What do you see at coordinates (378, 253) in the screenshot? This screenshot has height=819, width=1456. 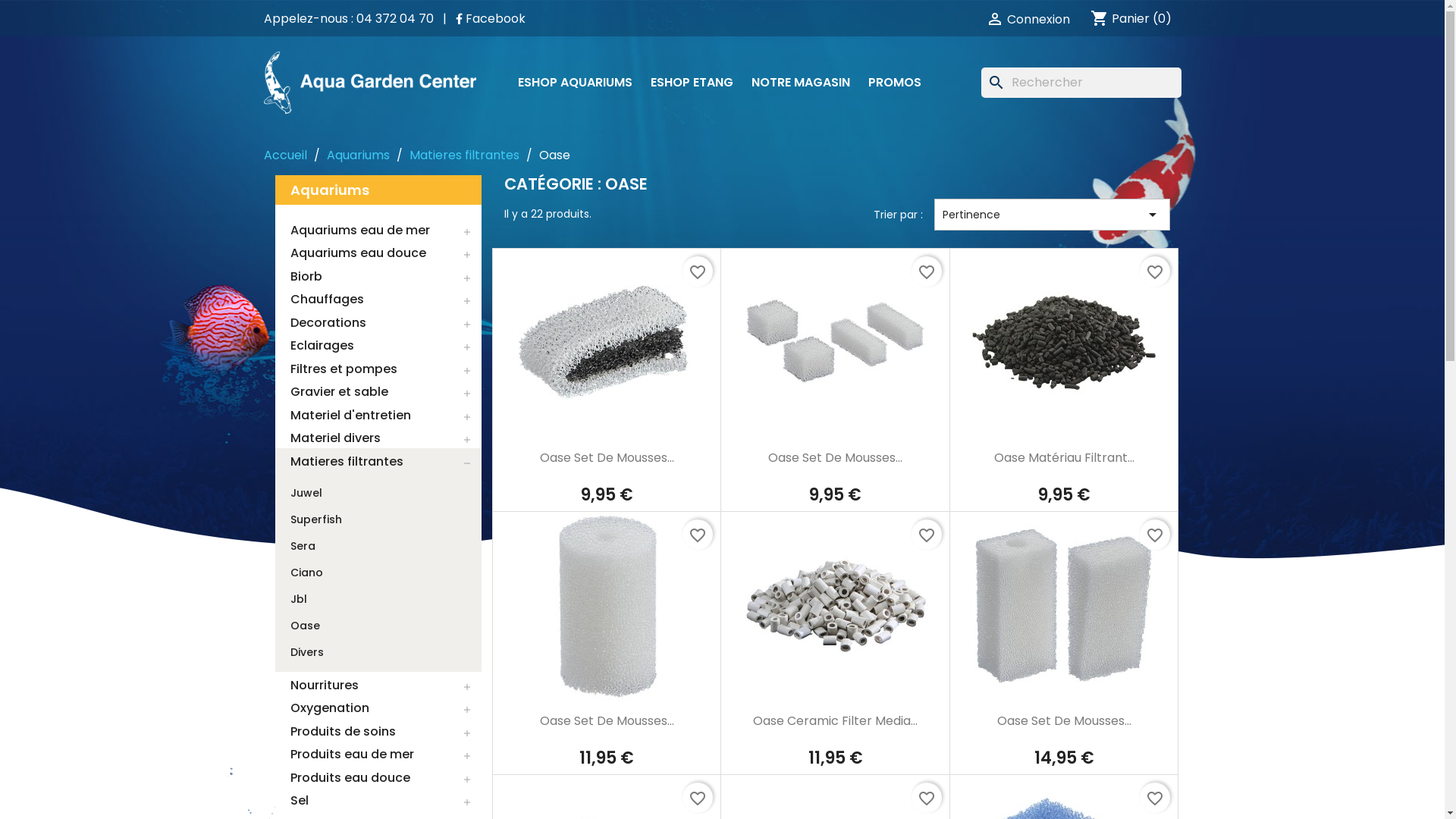 I see `'Aquariums eau douce'` at bounding box center [378, 253].